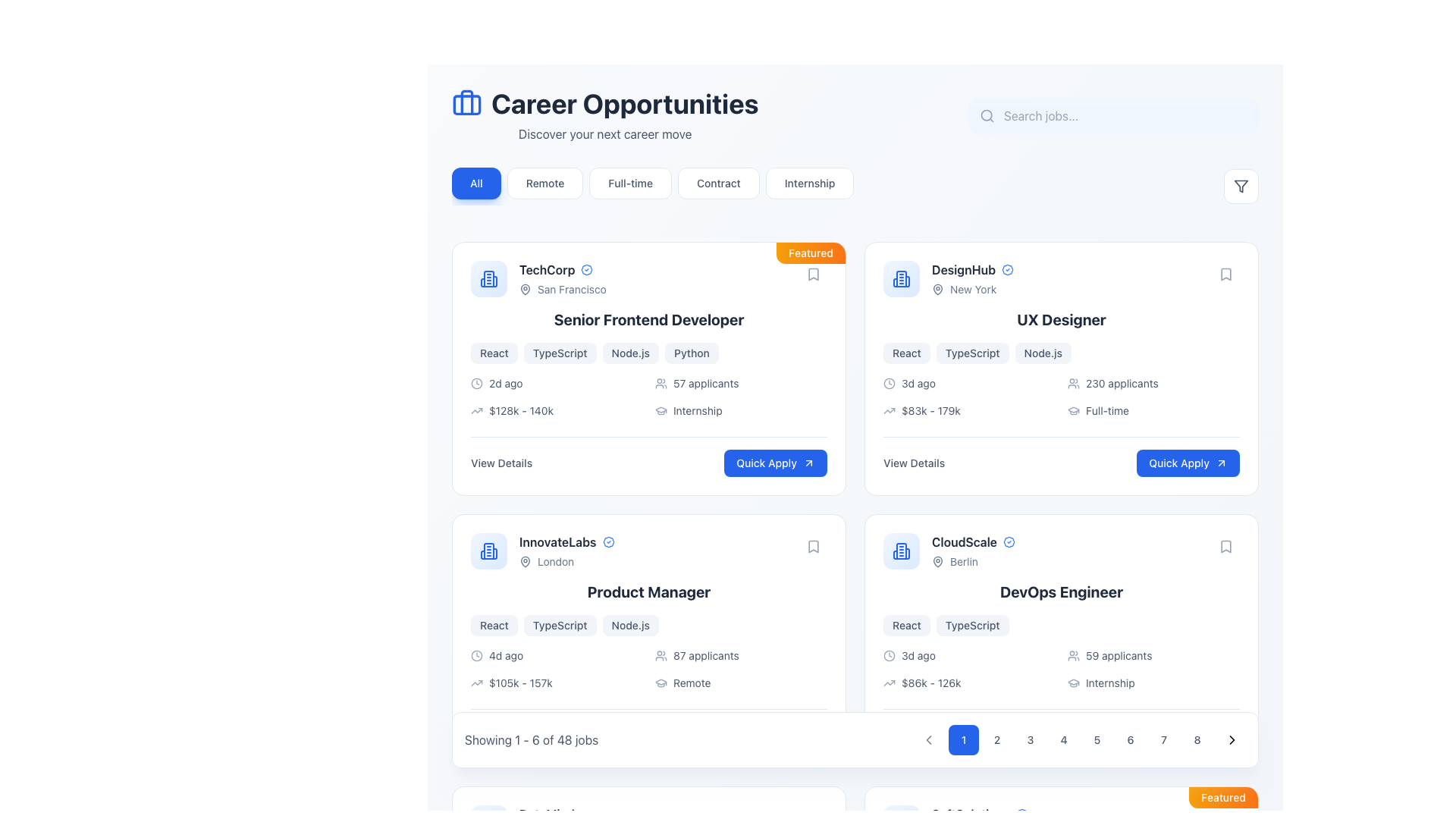 Image resolution: width=1456 pixels, height=819 pixels. What do you see at coordinates (889, 654) in the screenshot?
I see `the icon indicating the recency of the job posting for the 'DevOps Engineer' position at 'CloudScale', which shows that the post was made 3 days ago` at bounding box center [889, 654].